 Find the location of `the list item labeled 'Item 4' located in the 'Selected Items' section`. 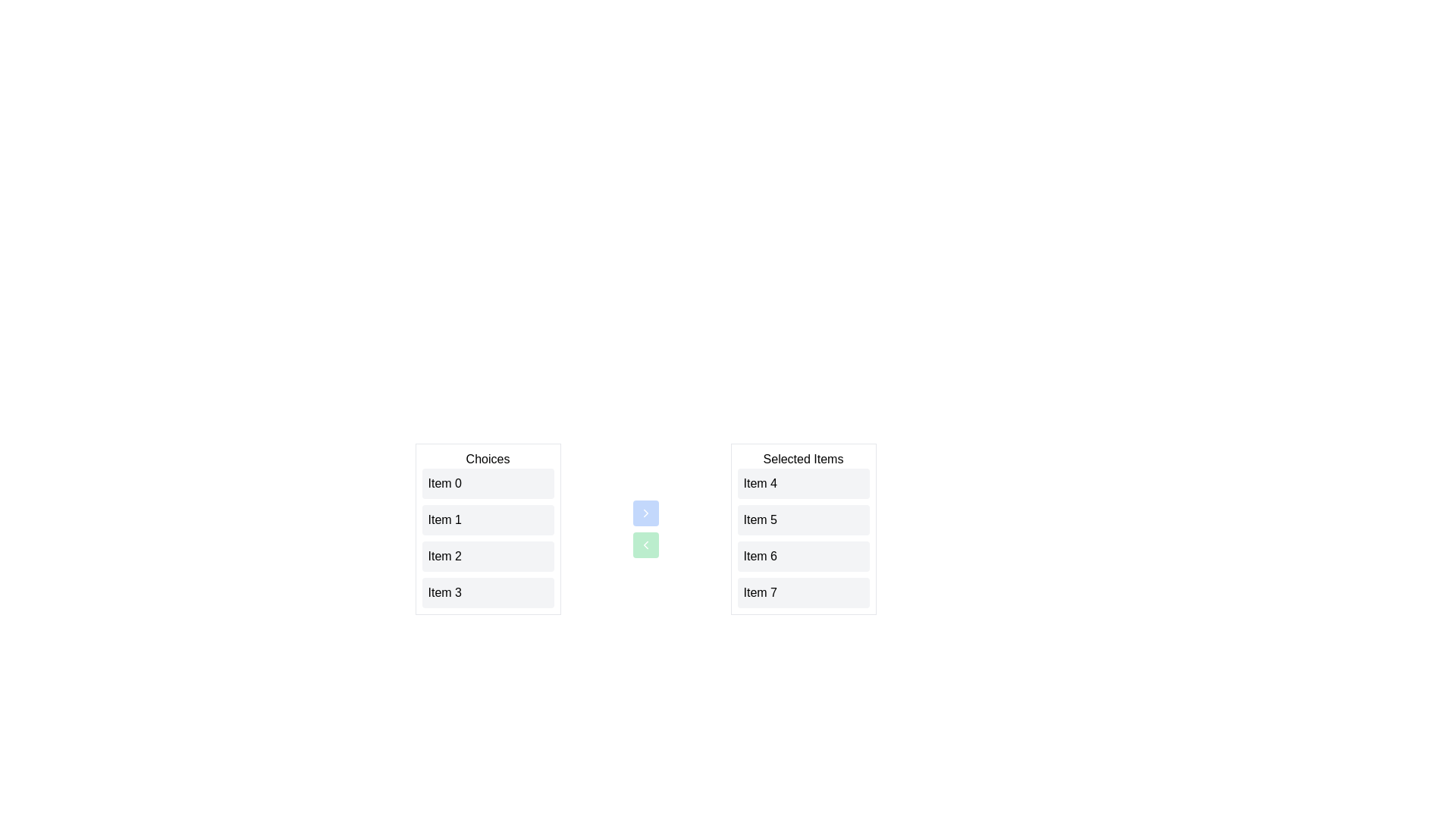

the list item labeled 'Item 4' located in the 'Selected Items' section is located at coordinates (802, 483).